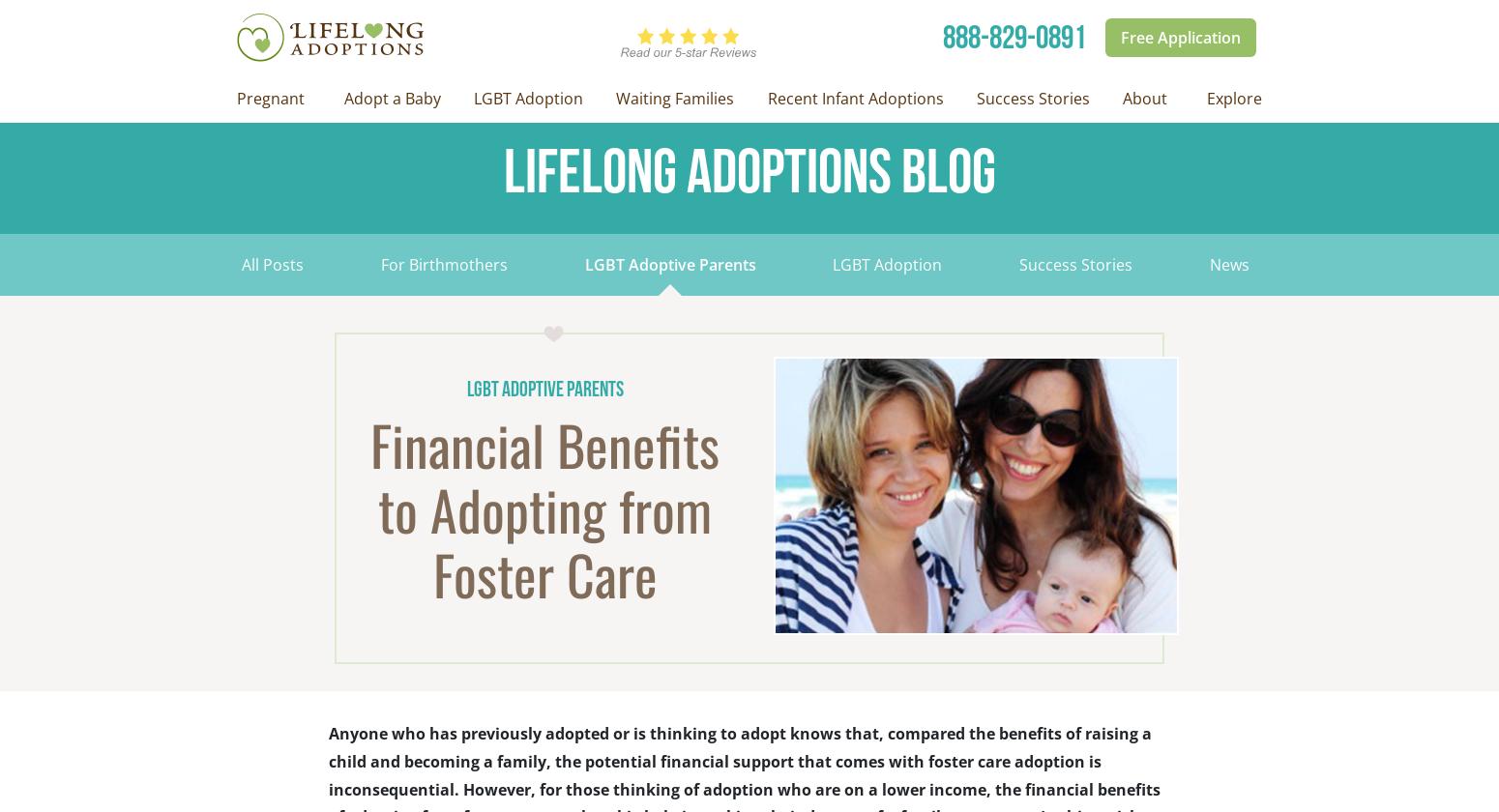  What do you see at coordinates (1233, 98) in the screenshot?
I see `'Explore'` at bounding box center [1233, 98].